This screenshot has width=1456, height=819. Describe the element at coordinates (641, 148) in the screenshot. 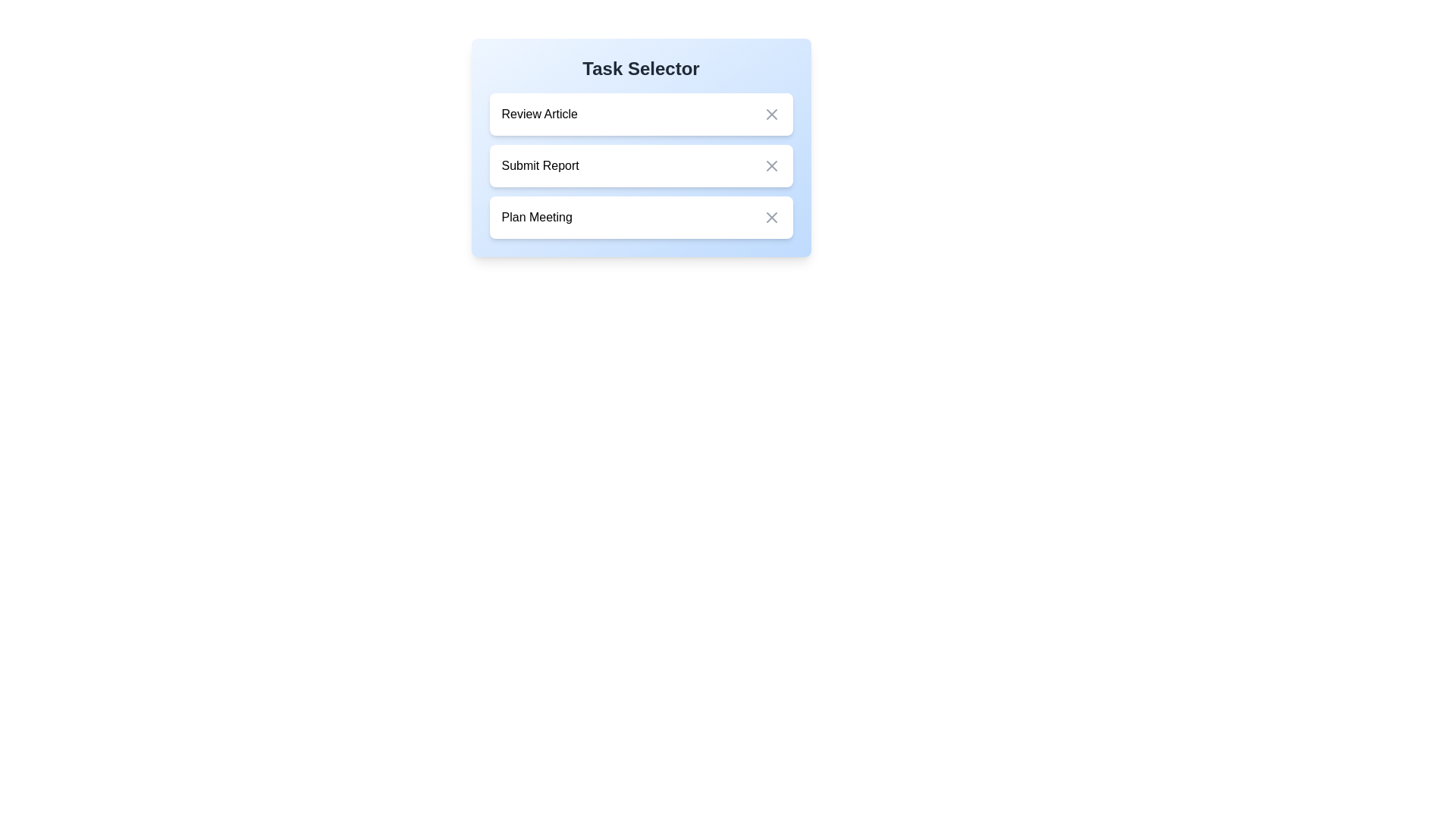

I see `the 'Submit Report' task card in the 'Task Selector' section` at that location.